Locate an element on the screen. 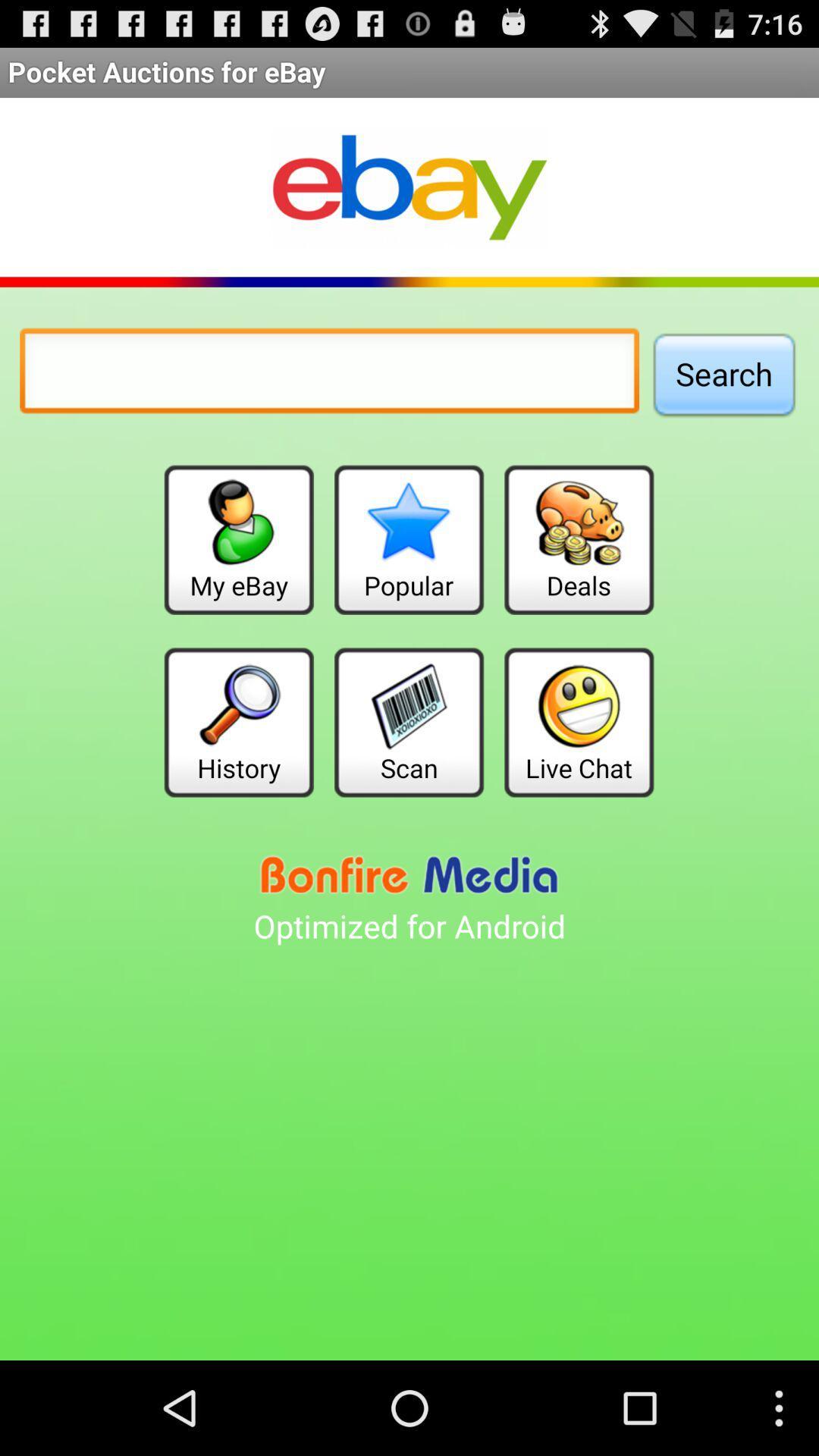  item below the my ebay is located at coordinates (239, 721).